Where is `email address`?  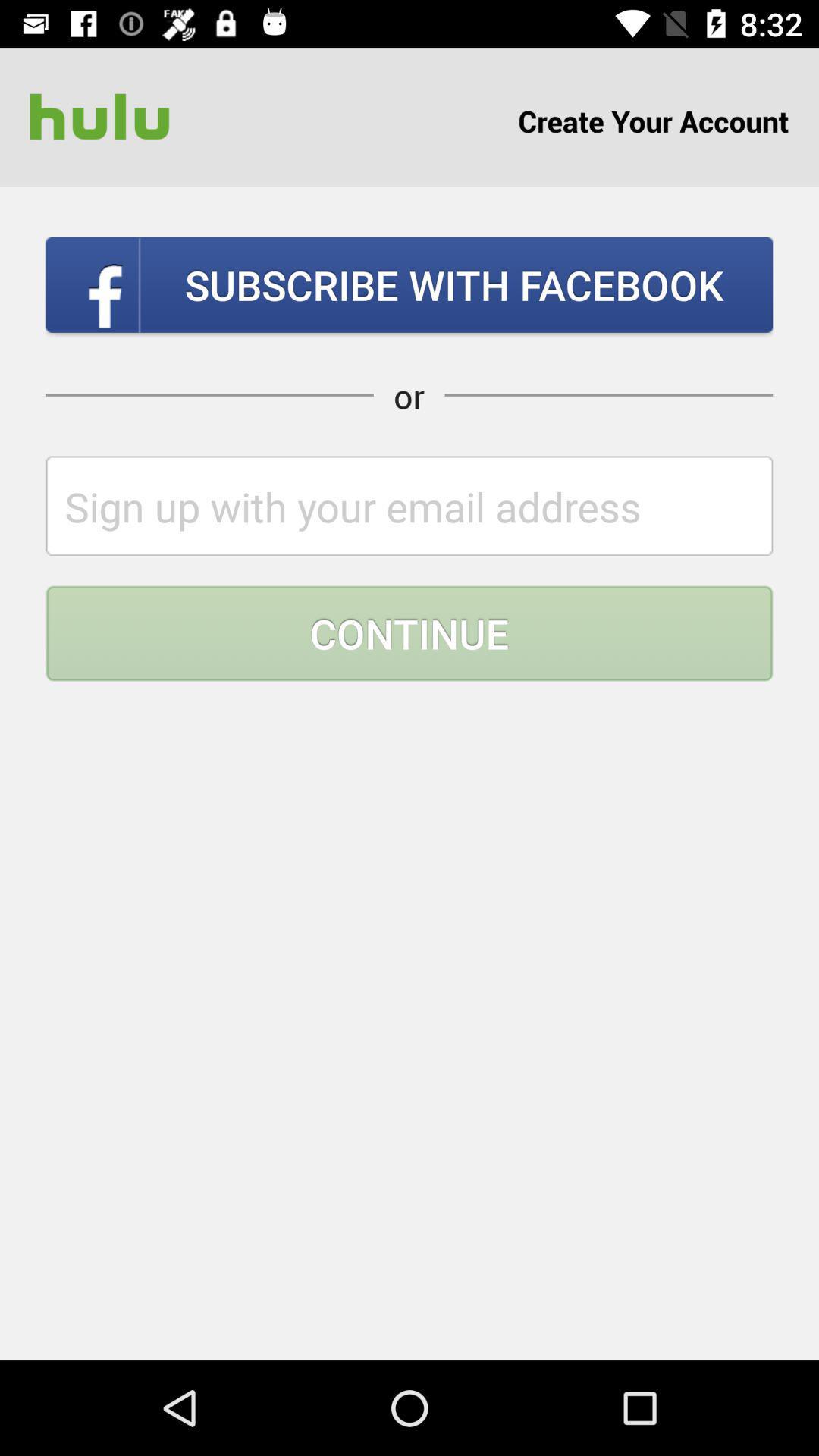
email address is located at coordinates (409, 506).